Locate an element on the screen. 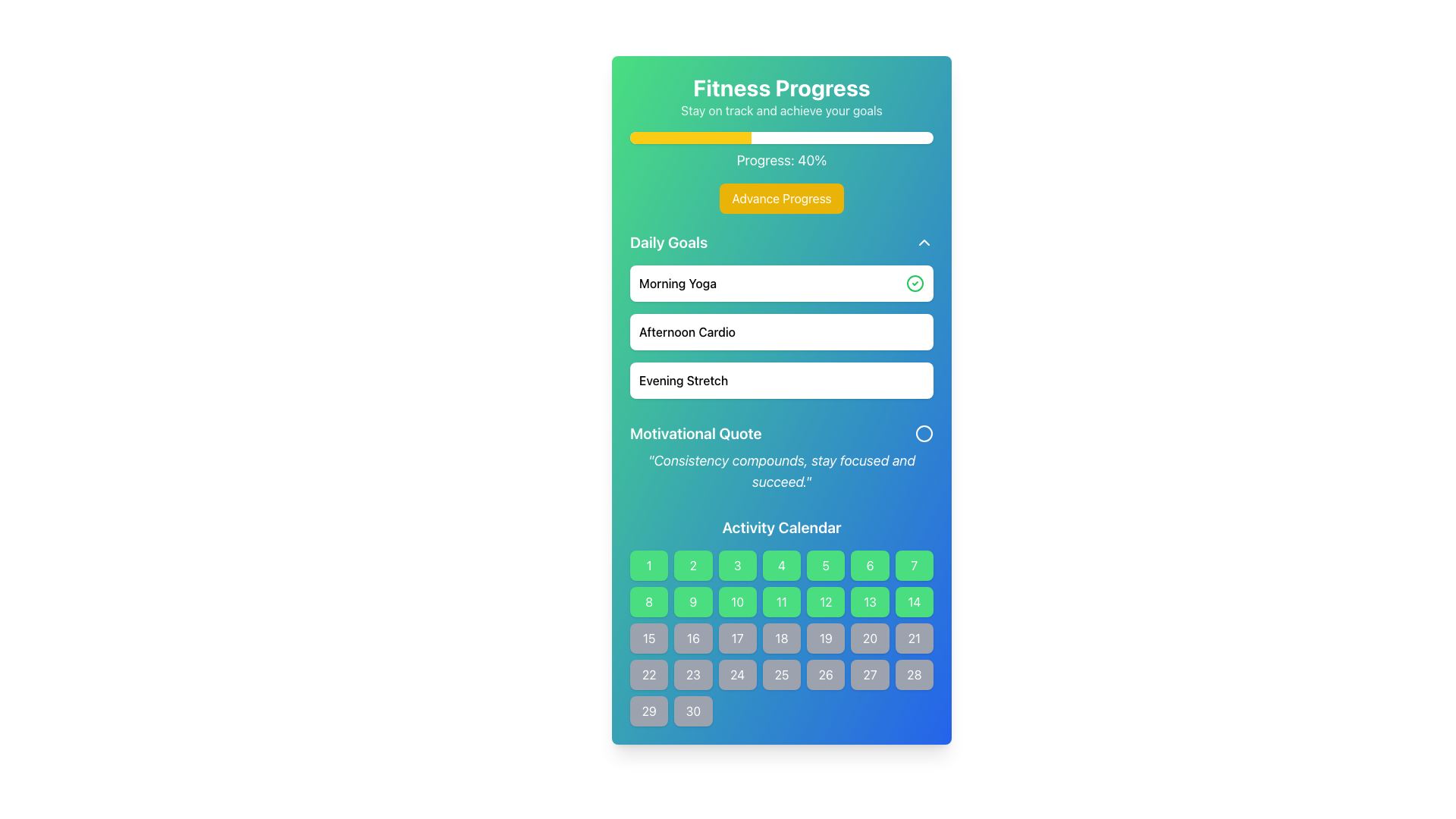  the square-shaped green button labeled '1' is located at coordinates (649, 565).